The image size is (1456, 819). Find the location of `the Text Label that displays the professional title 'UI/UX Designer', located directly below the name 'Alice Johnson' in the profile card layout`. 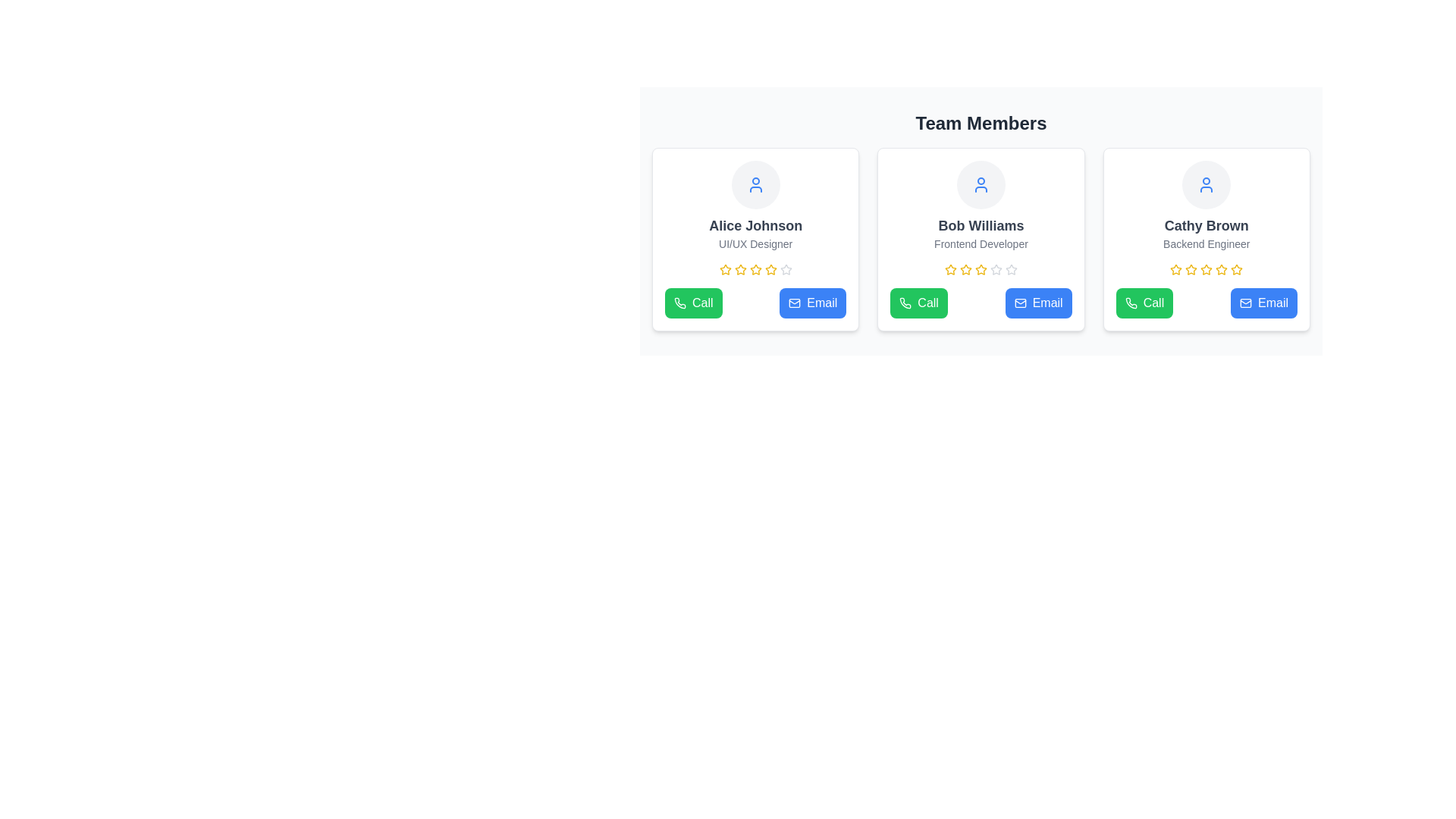

the Text Label that displays the professional title 'UI/UX Designer', located directly below the name 'Alice Johnson' in the profile card layout is located at coordinates (755, 243).